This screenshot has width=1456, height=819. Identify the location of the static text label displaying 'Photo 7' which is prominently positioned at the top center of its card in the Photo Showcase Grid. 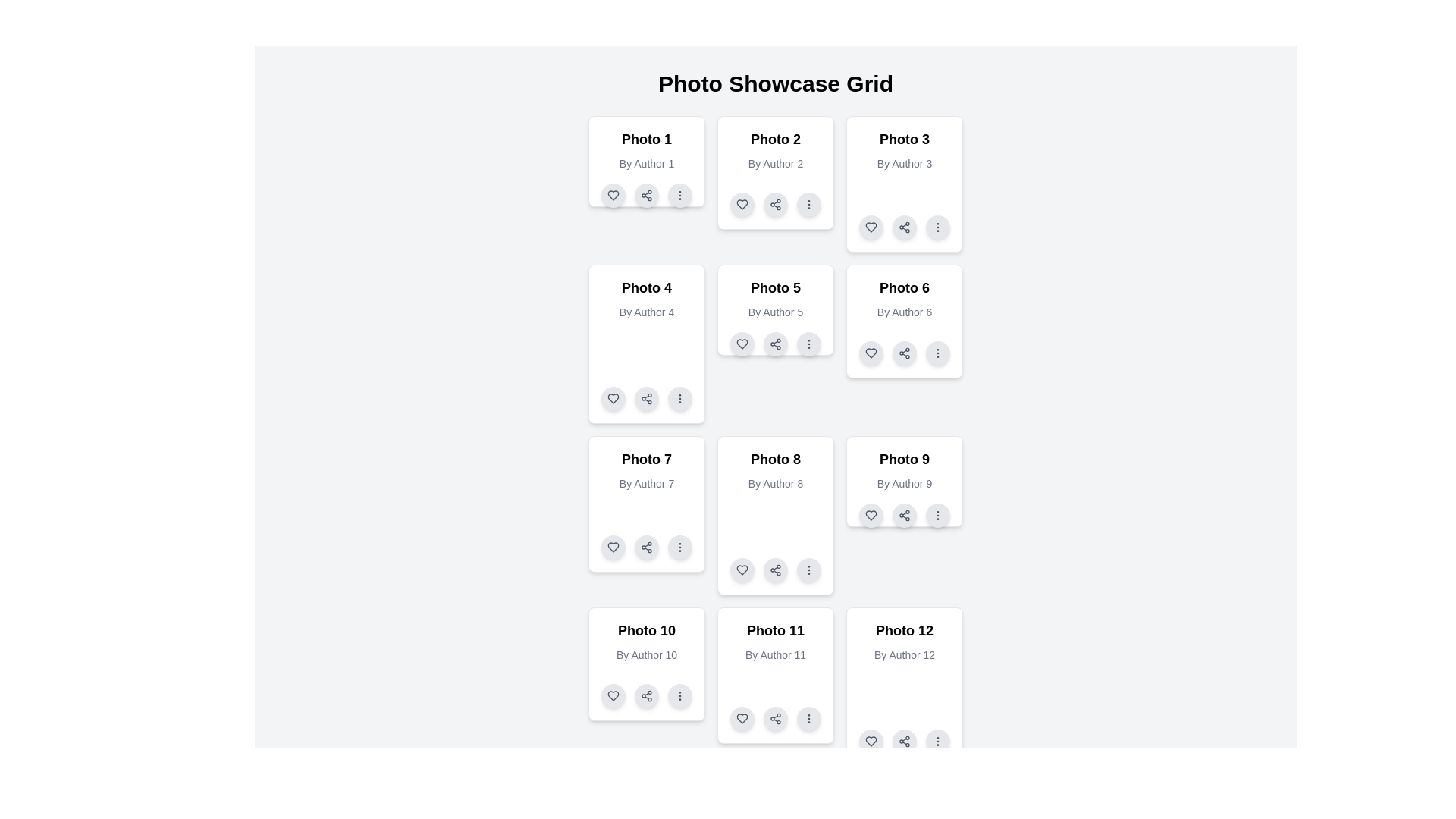
(647, 458).